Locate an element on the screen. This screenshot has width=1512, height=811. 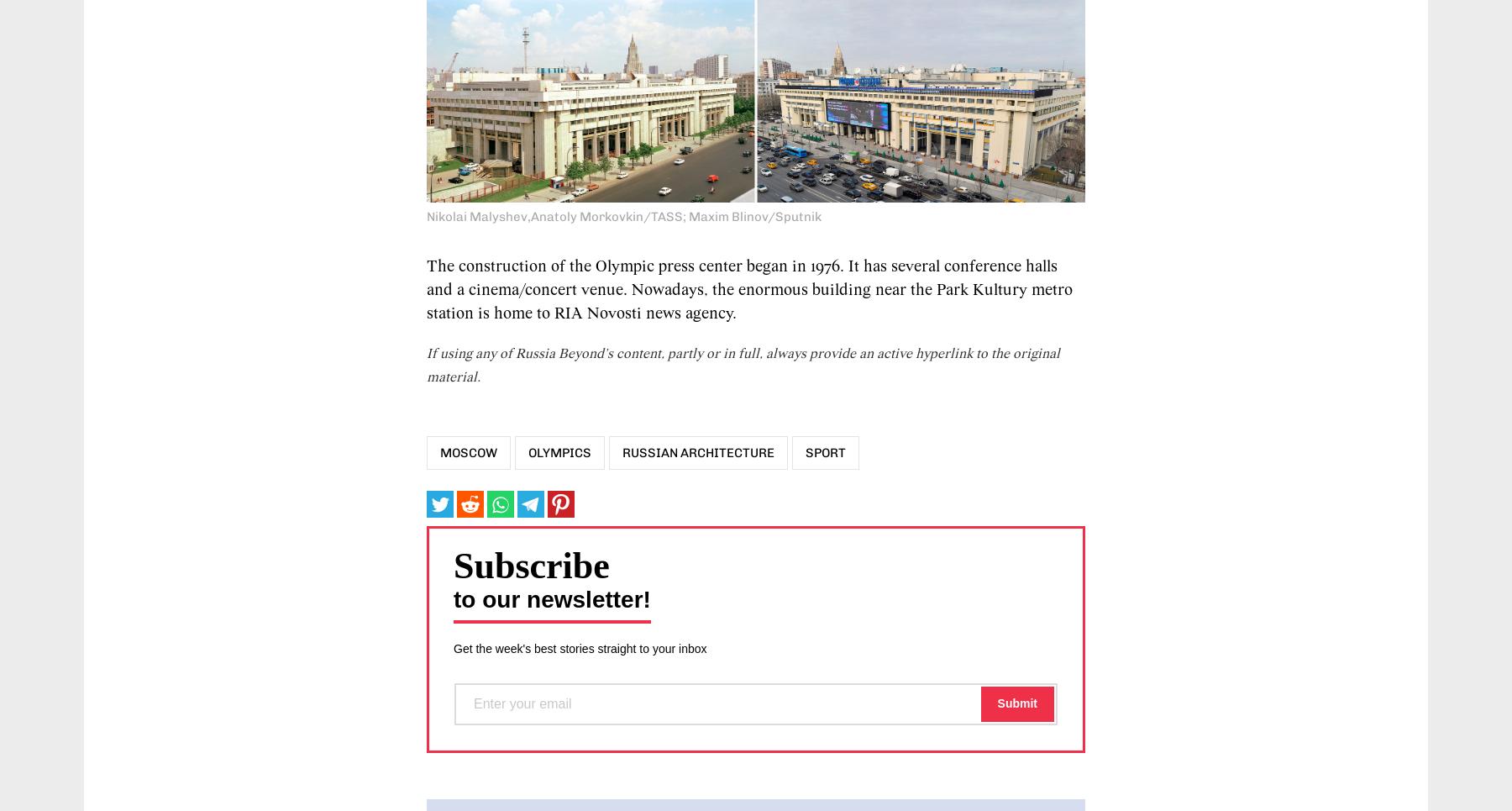
'Get the week's best stories straight to your inbox' is located at coordinates (579, 647).